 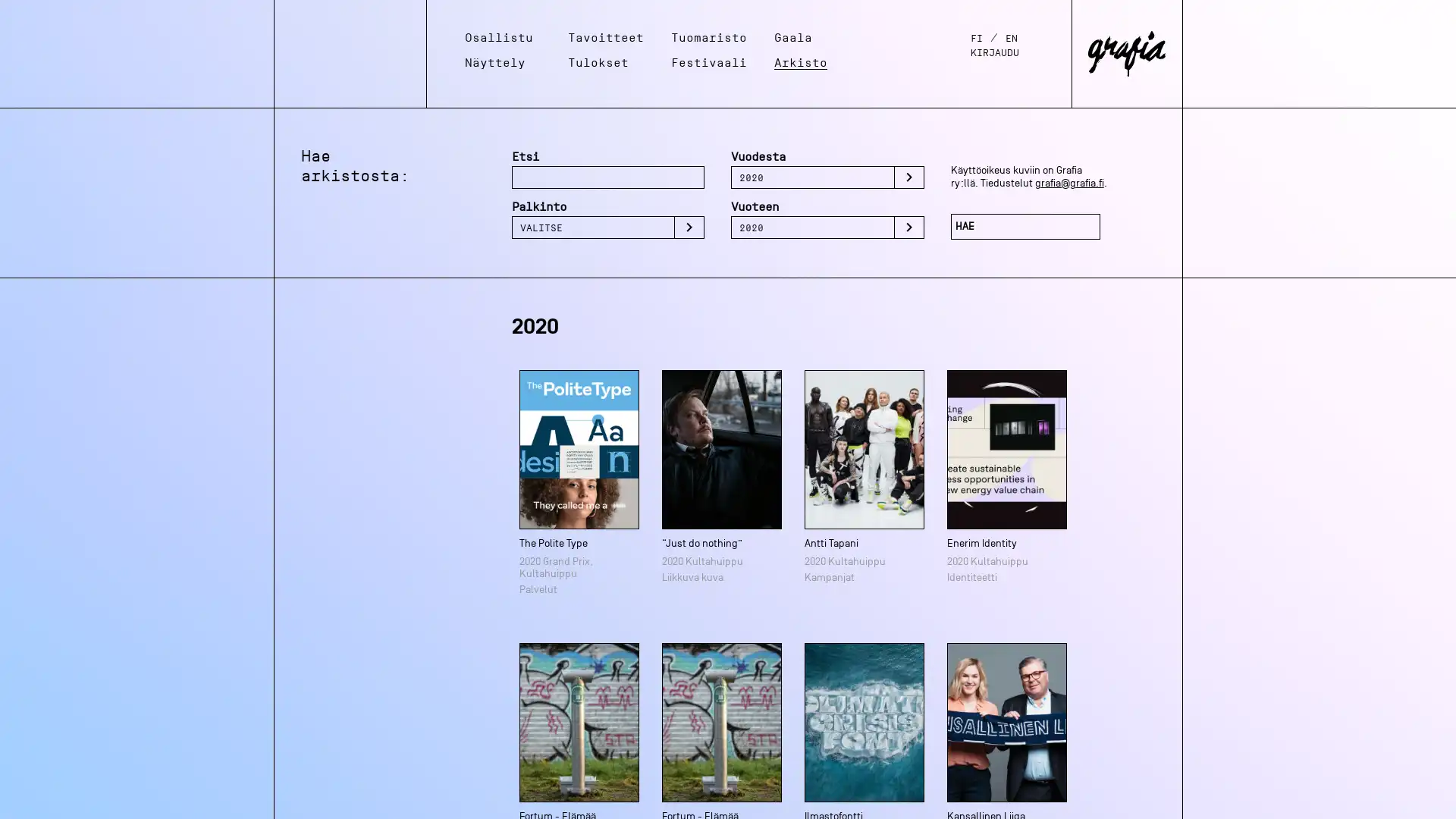 What do you see at coordinates (908, 177) in the screenshot?
I see `>` at bounding box center [908, 177].